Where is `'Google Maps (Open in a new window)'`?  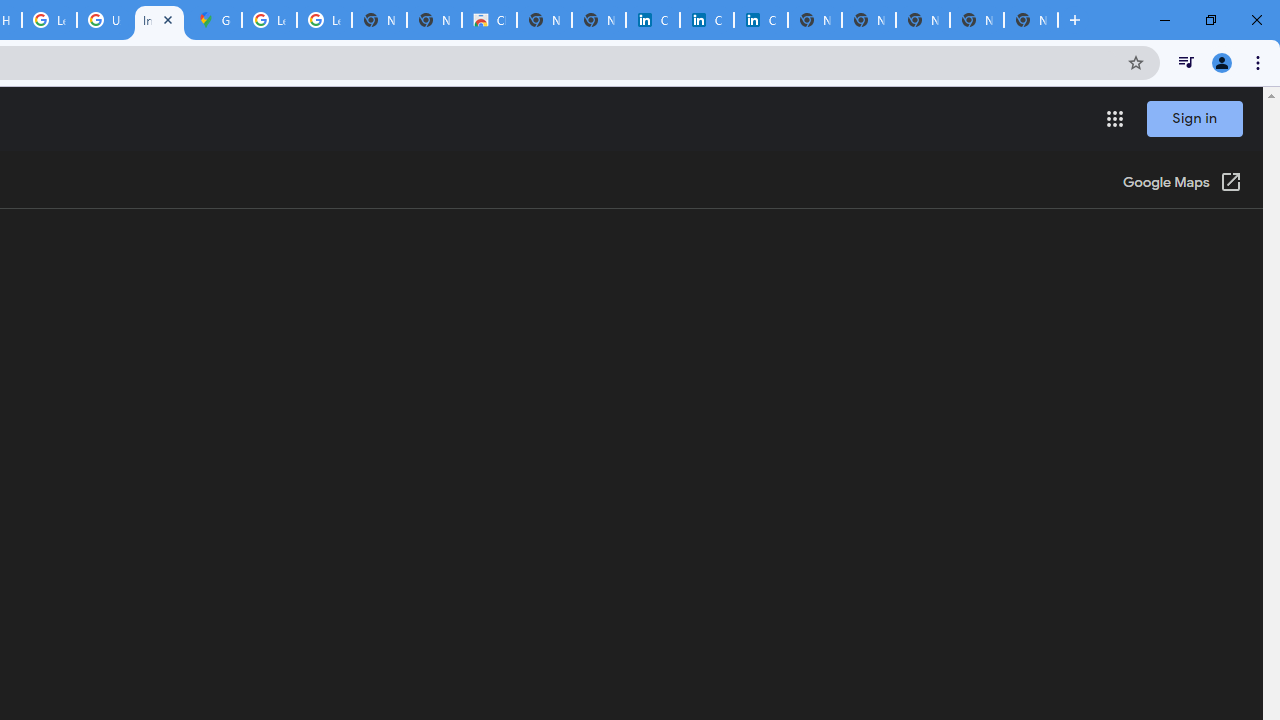 'Google Maps (Open in a new window)' is located at coordinates (1182, 183).